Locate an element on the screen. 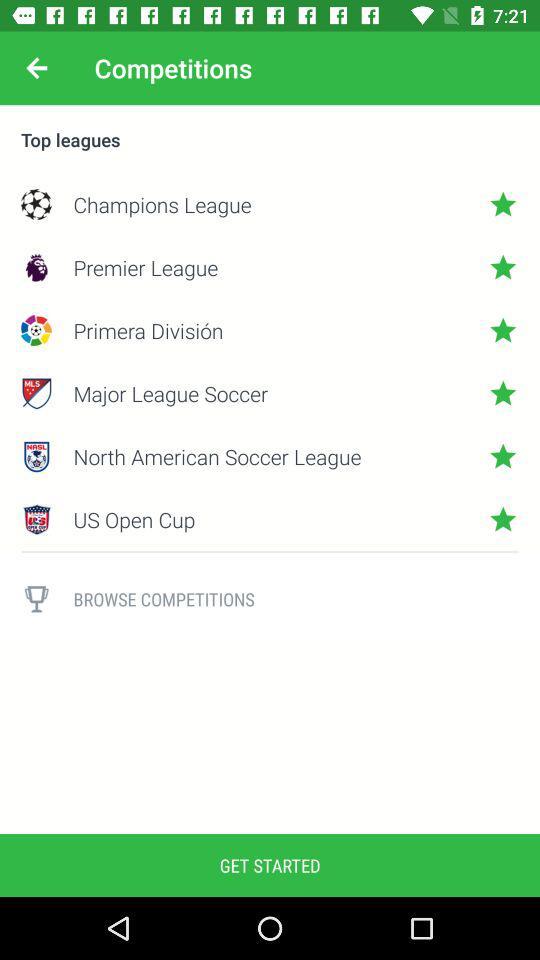 Image resolution: width=540 pixels, height=960 pixels. the item below the north american soccer item is located at coordinates (270, 518).